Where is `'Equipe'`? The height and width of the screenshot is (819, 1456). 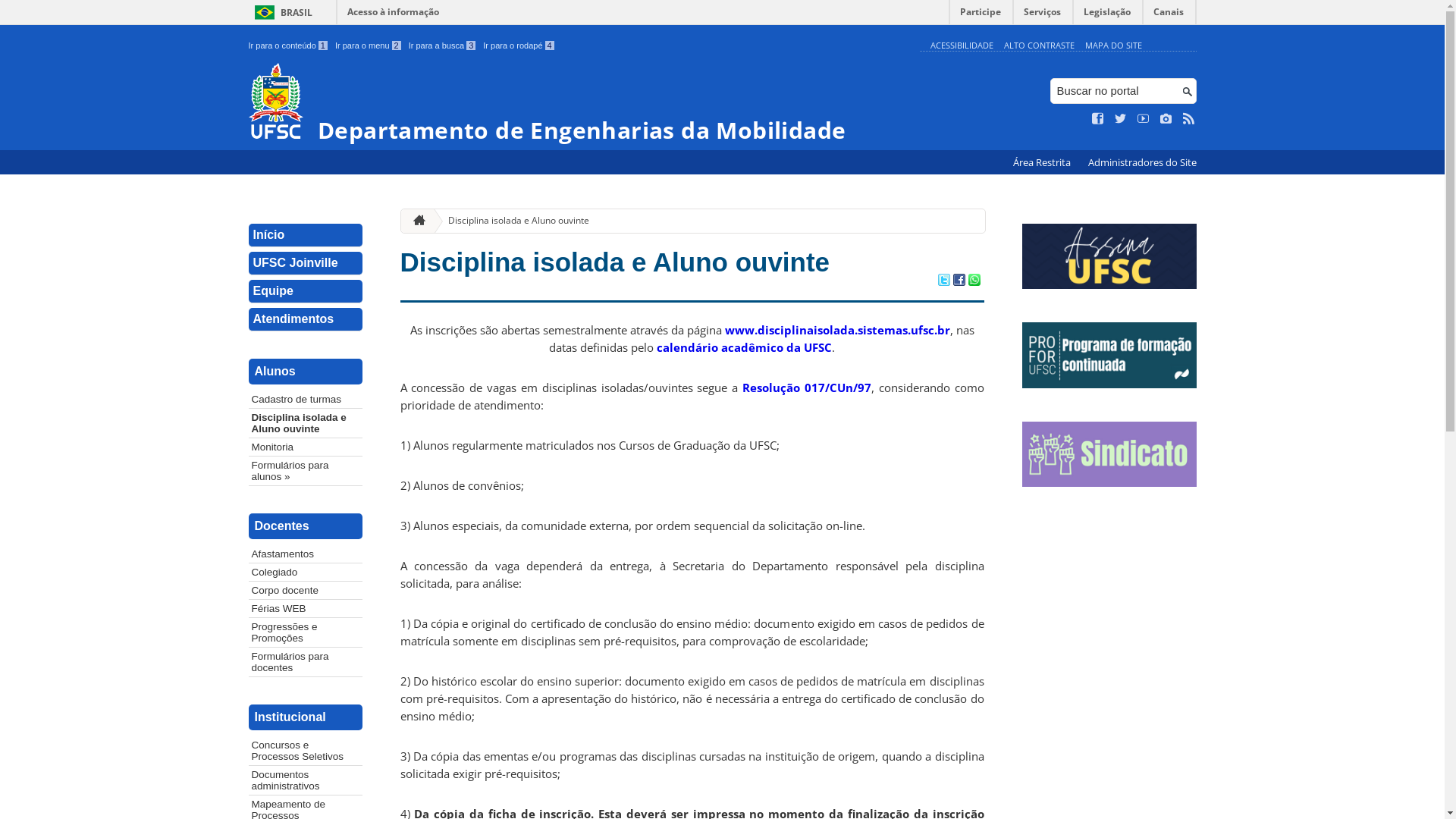 'Equipe' is located at coordinates (305, 291).